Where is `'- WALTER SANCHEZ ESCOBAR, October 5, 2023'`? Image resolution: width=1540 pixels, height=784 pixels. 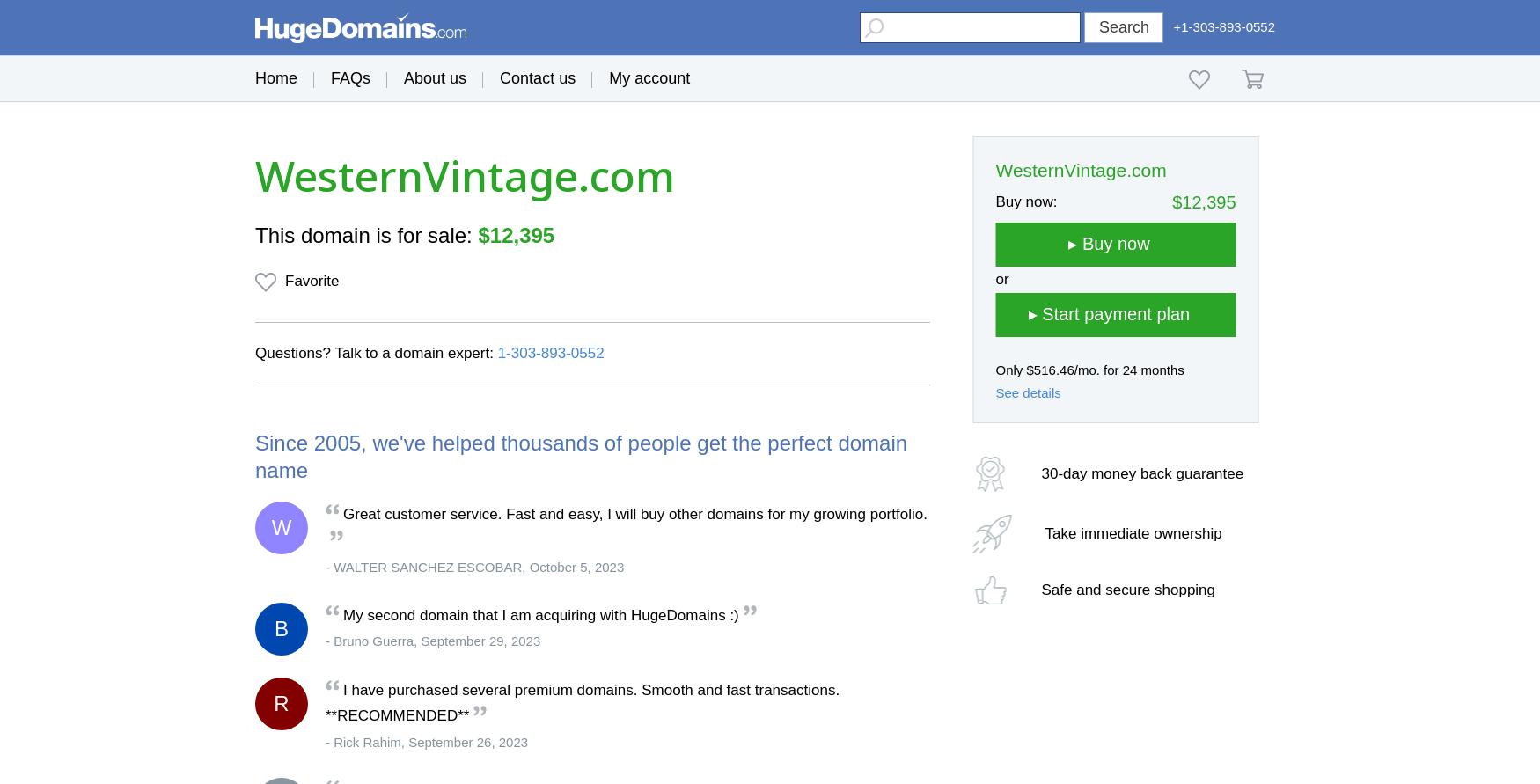 '- WALTER SANCHEZ ESCOBAR, October 5, 2023' is located at coordinates (473, 565).